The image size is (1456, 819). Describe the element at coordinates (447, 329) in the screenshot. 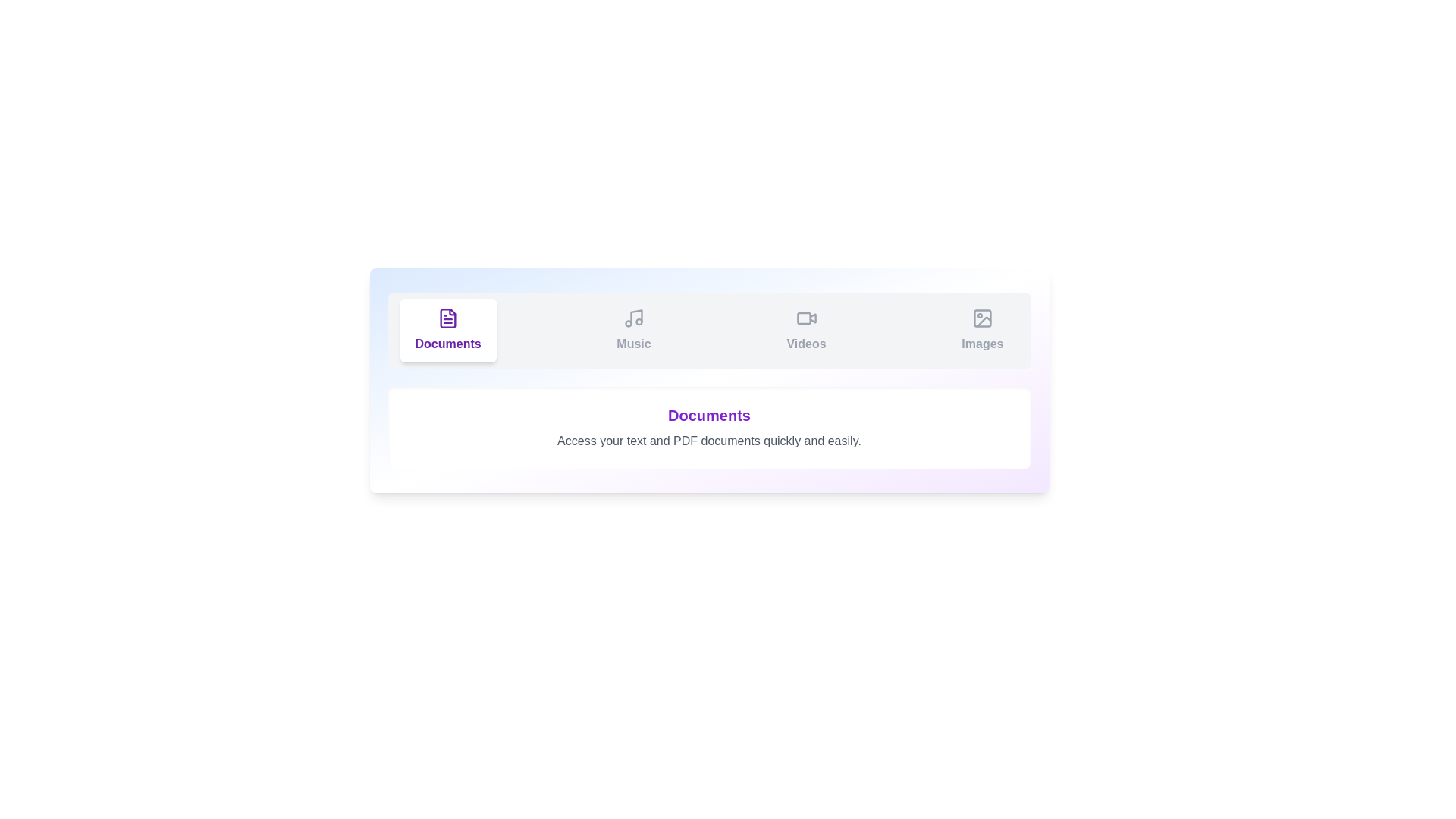

I see `the tab labeled Documents to view its content` at that location.